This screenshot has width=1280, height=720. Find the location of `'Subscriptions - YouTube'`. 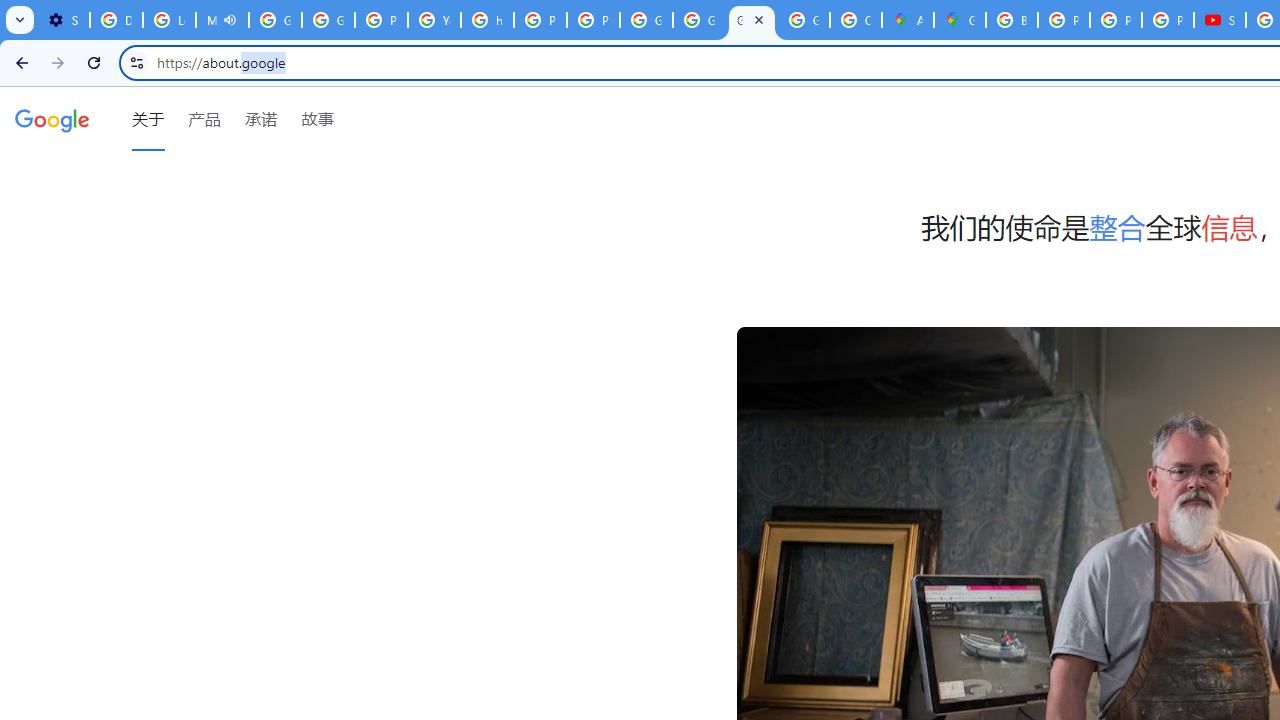

'Subscriptions - YouTube' is located at coordinates (1218, 20).